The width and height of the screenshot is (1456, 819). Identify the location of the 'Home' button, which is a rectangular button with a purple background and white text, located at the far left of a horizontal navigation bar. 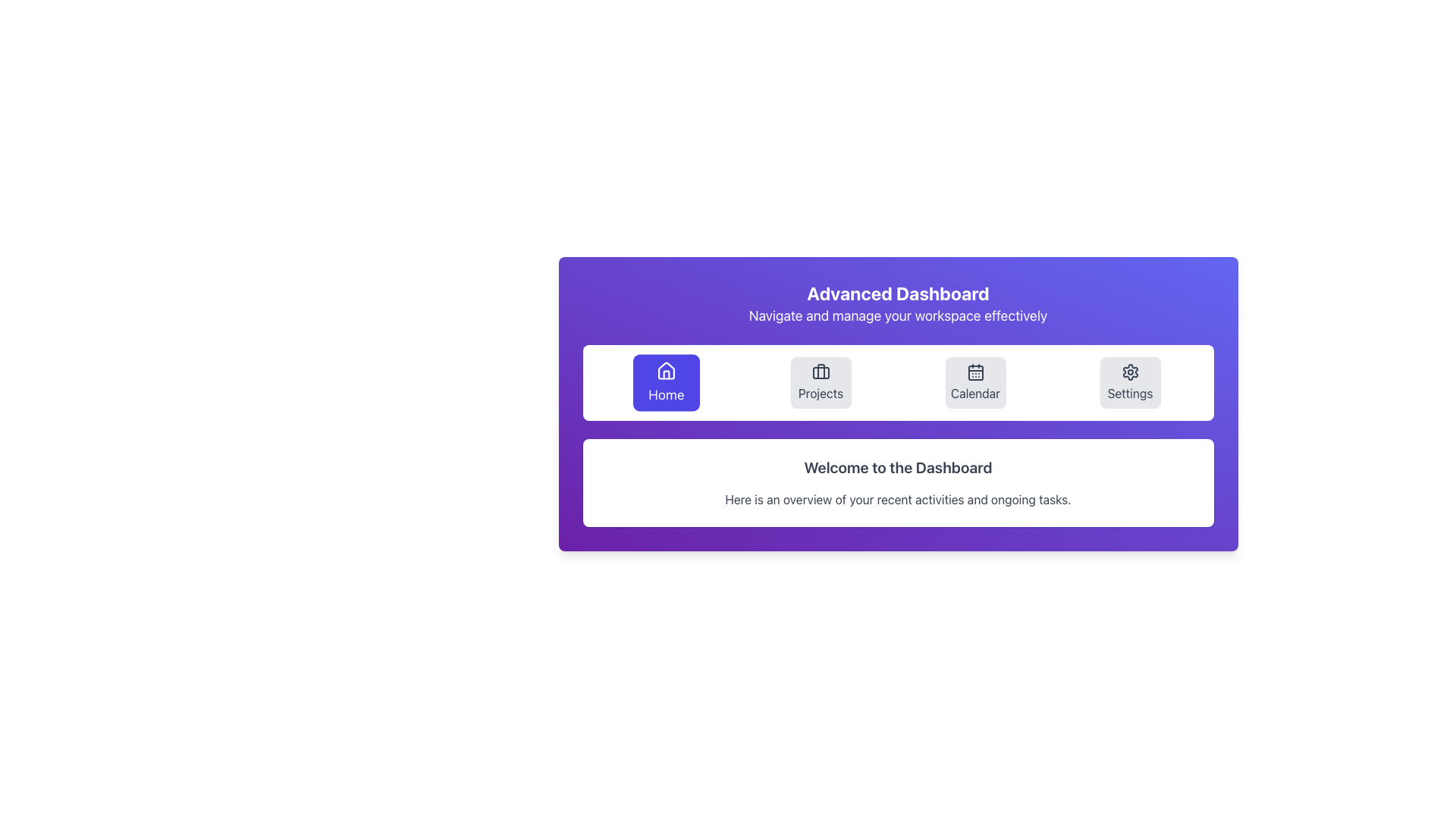
(666, 382).